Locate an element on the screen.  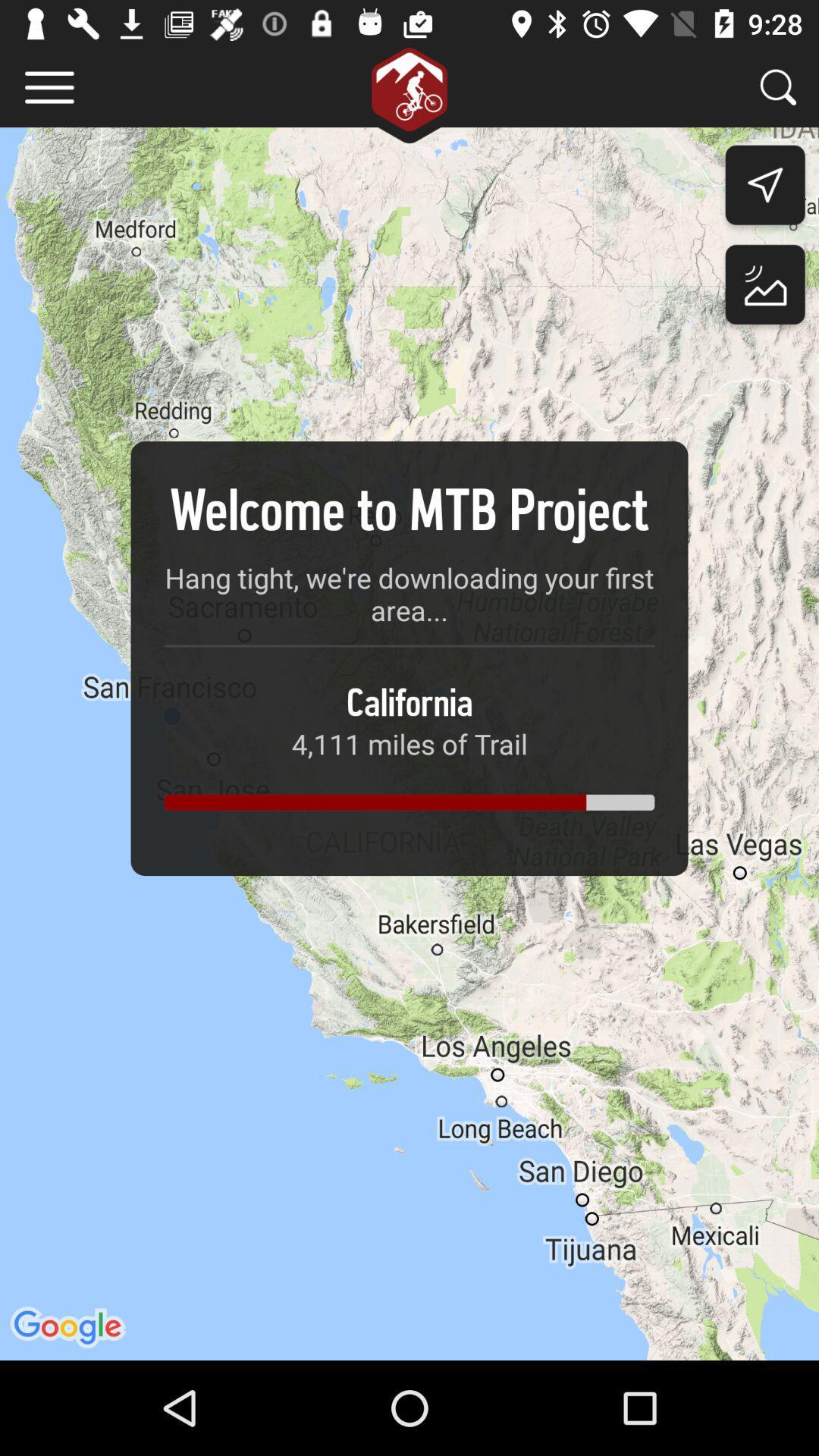
search is located at coordinates (778, 86).